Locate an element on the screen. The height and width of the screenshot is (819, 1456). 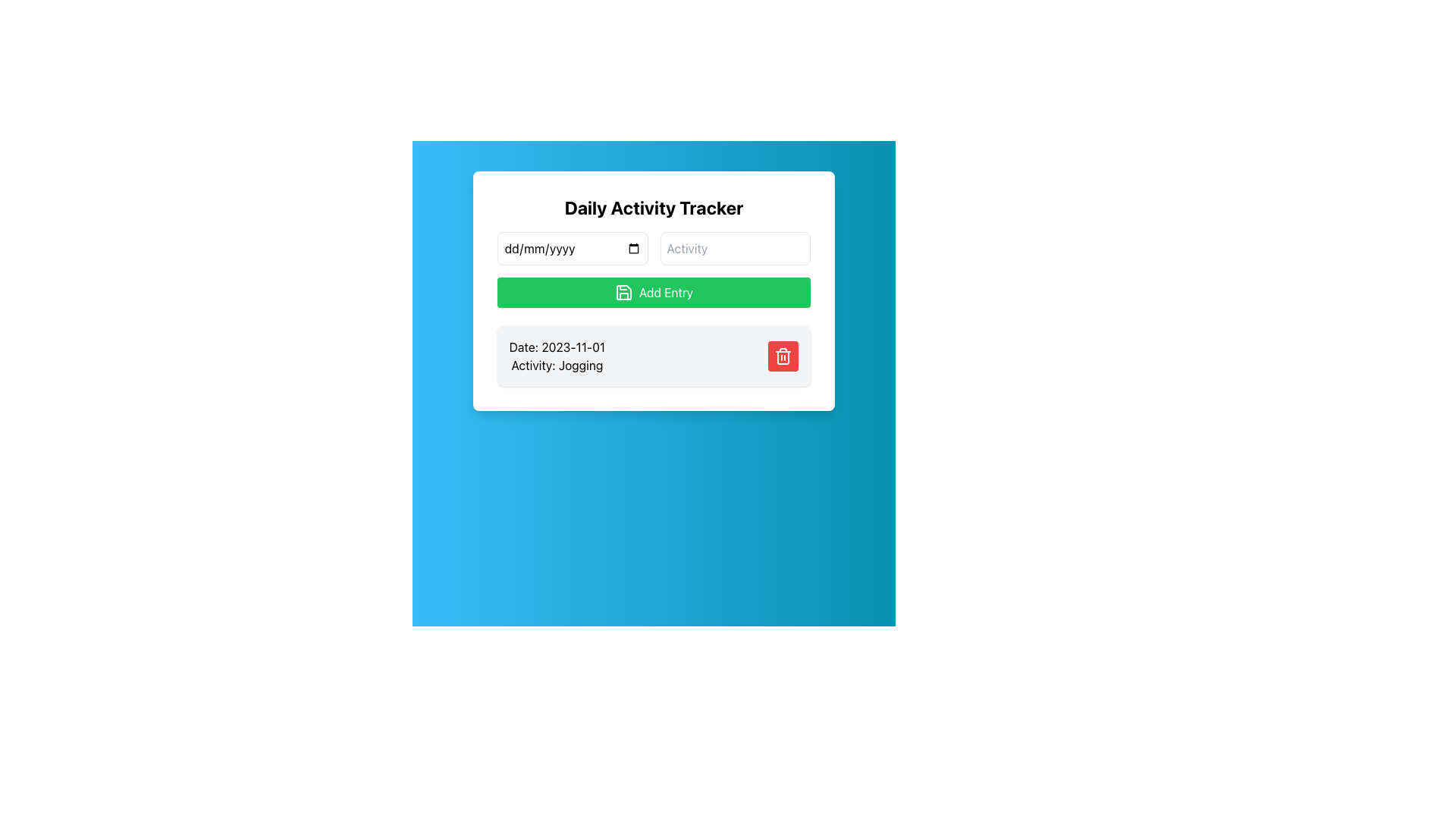
the upper-left area of the save icon, which resembles a diskette shape, located directly above the 'Add Entry' text in a green button is located at coordinates (623, 292).